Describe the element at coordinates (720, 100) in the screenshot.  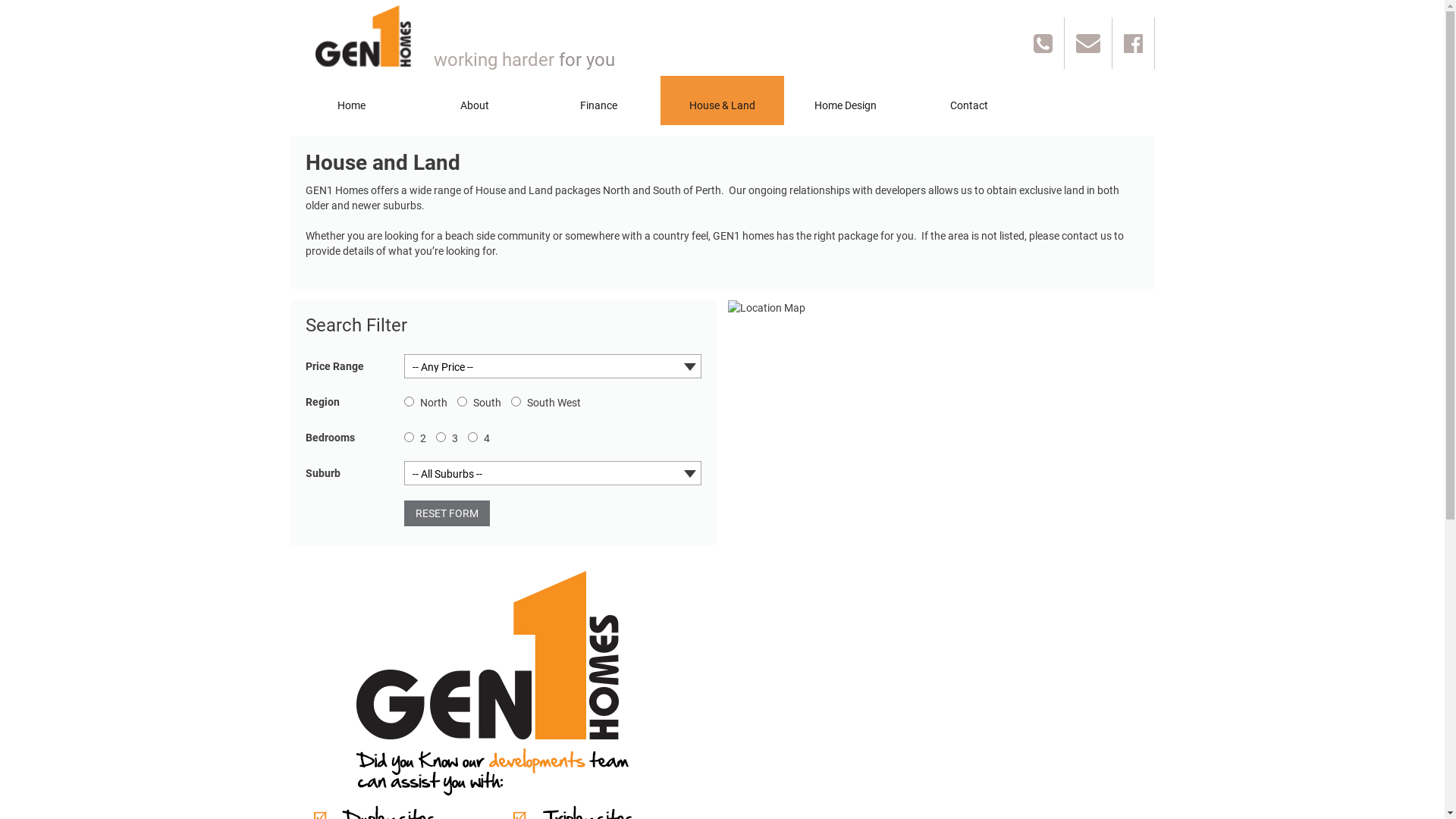
I see `'House & Land'` at that location.